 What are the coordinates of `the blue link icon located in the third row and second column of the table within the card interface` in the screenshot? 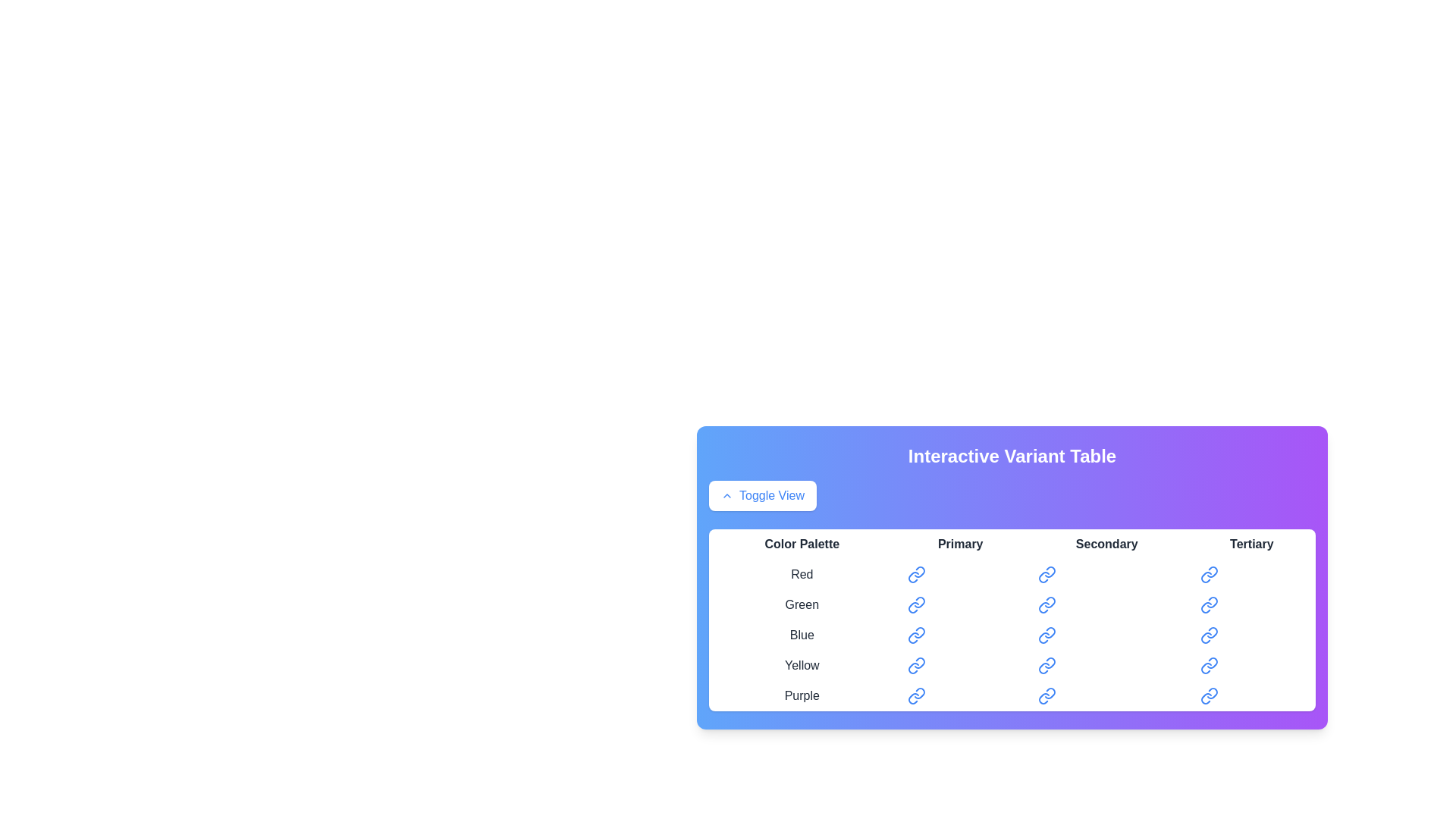 It's located at (915, 635).